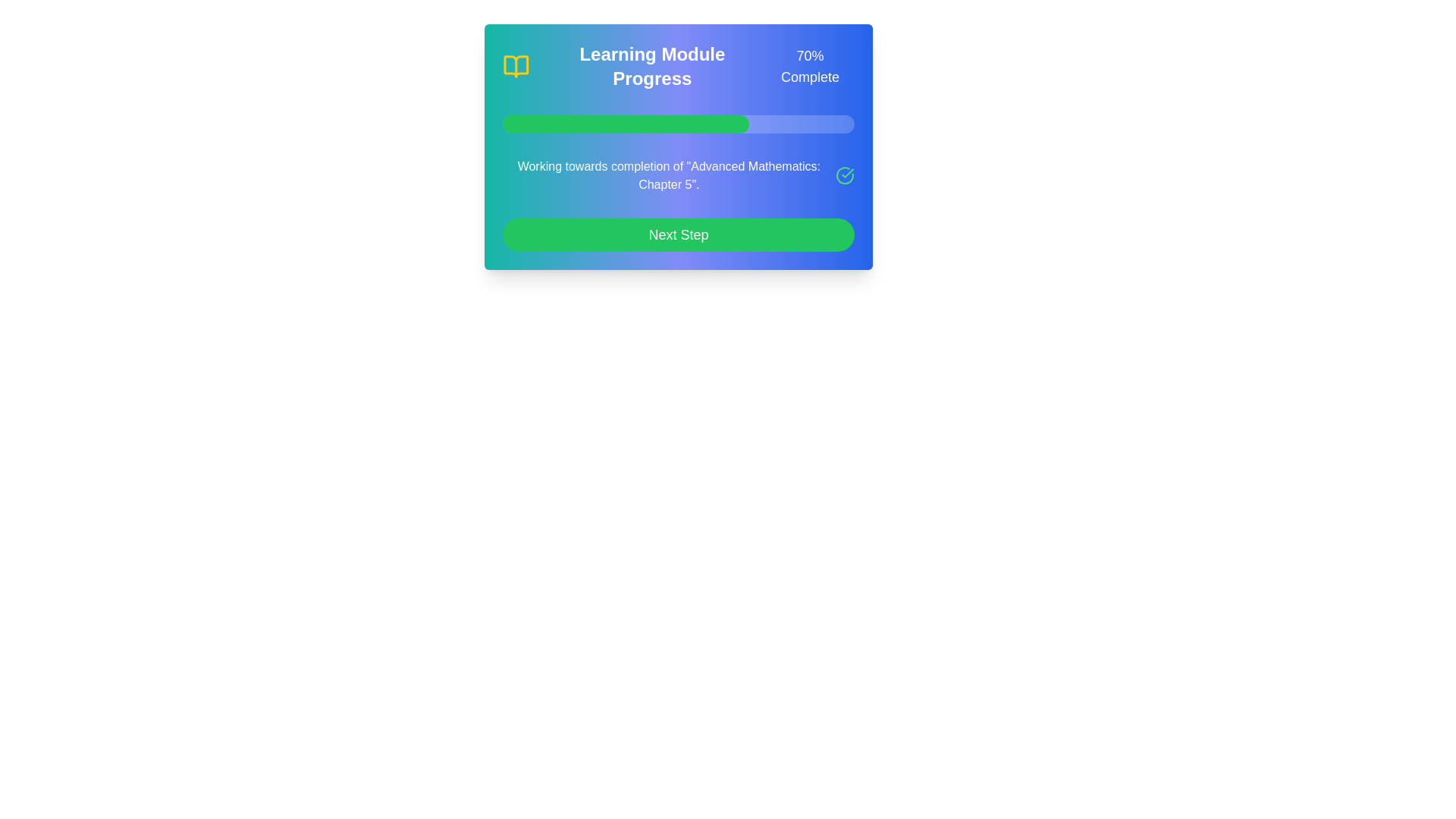 The width and height of the screenshot is (1456, 819). I want to click on the stylized icon of an open book, which has a yellow outline and aqua blue interior, located in the top-left corner of the 'Learning Module Progress' card, so click(516, 66).